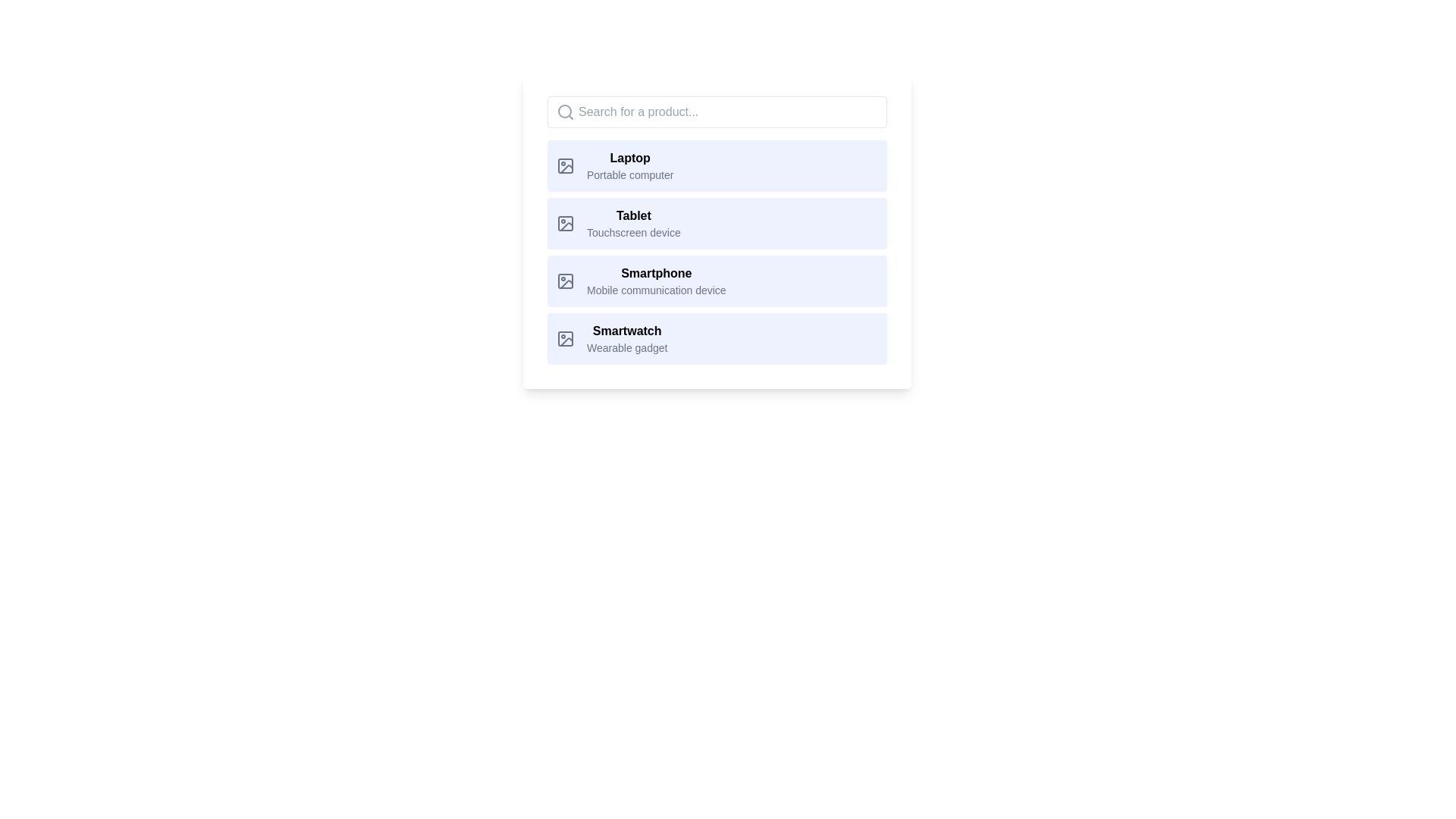 This screenshot has width=1456, height=819. What do you see at coordinates (564, 223) in the screenshot?
I see `the graphical icon represented by a small square with rounded corners, styled in a light gray shade, located to the left of the 'Tablet' text in the 'Tablet Touchscreen device' row` at bounding box center [564, 223].